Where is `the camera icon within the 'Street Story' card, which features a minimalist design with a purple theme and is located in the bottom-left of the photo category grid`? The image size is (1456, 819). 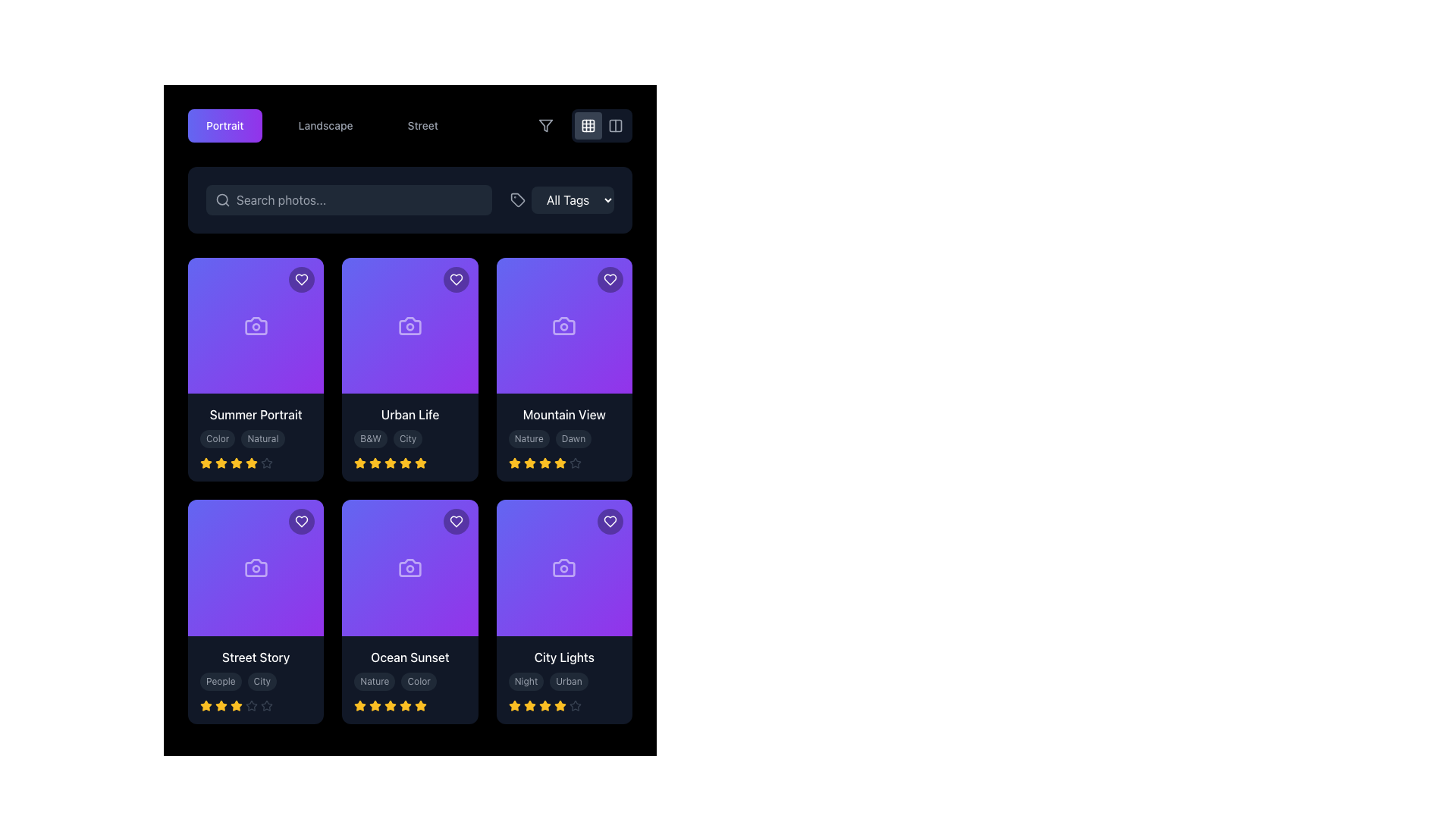 the camera icon within the 'Street Story' card, which features a minimalist design with a purple theme and is located in the bottom-left of the photo category grid is located at coordinates (256, 567).